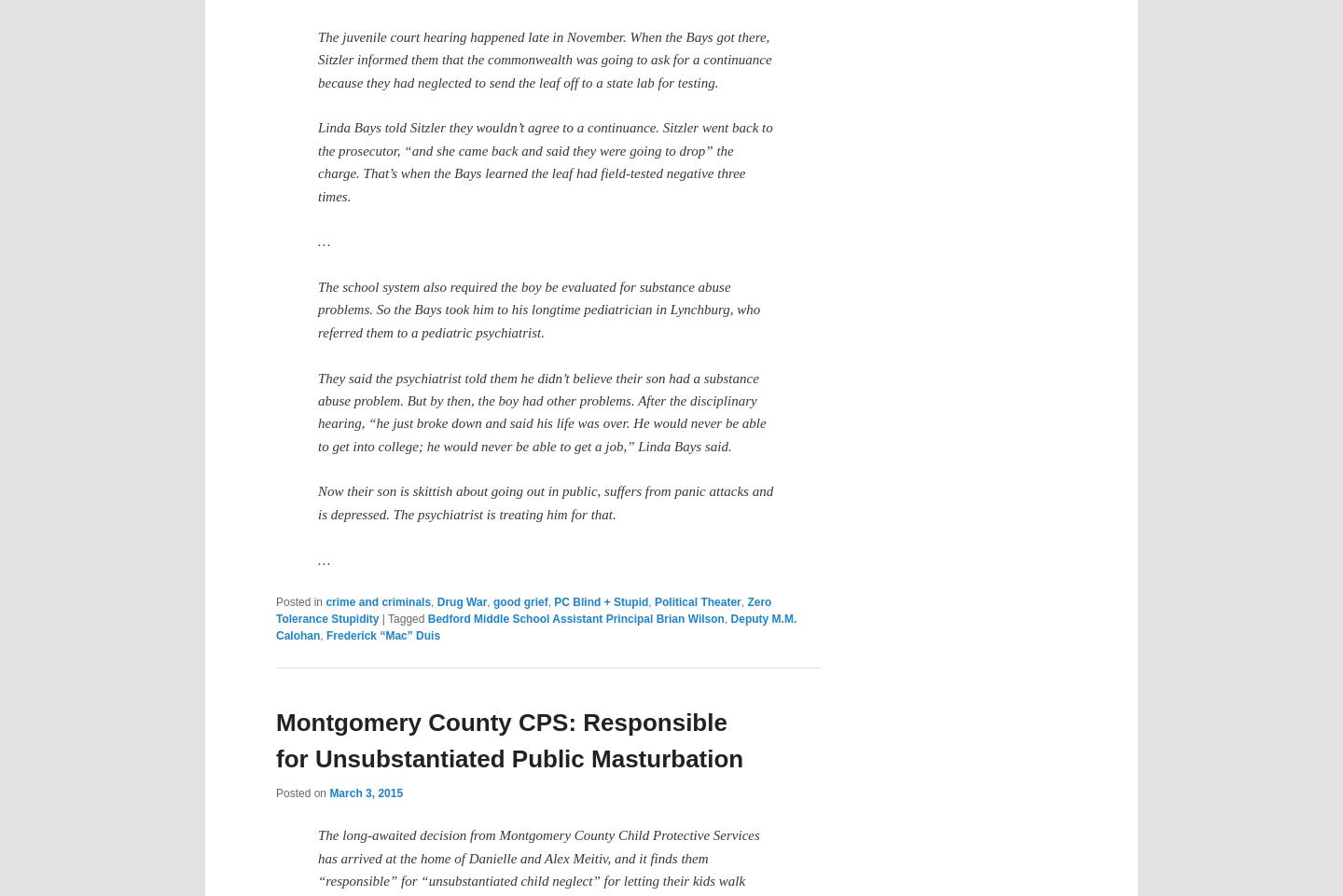 The image size is (1343, 896). I want to click on 'Now their son is skittish about going out in public, suffers from panic attacks and is depressed. The psychiatrist is treating him for that.', so click(545, 502).